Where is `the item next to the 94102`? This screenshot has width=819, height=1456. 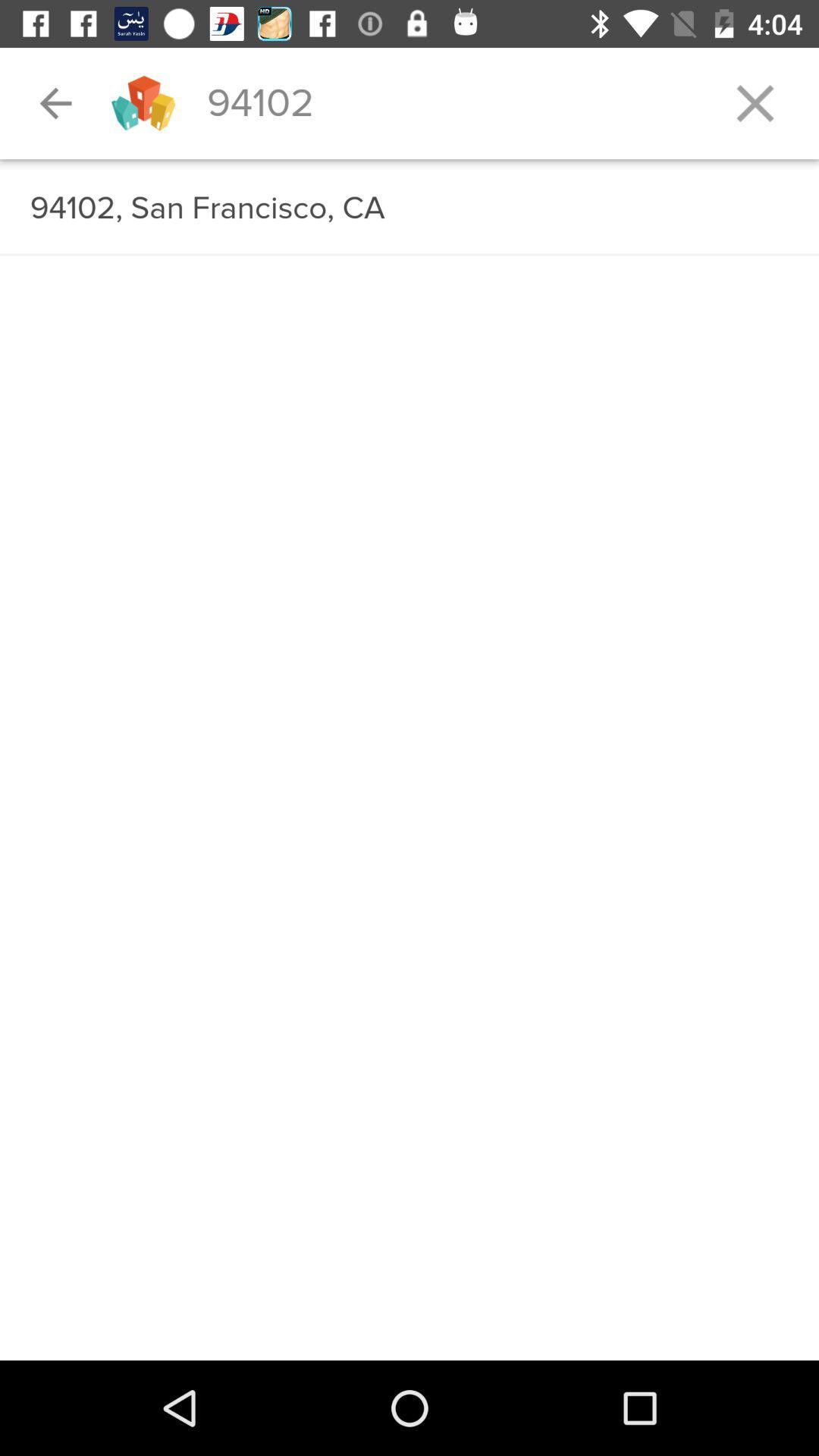
the item next to the 94102 is located at coordinates (755, 102).